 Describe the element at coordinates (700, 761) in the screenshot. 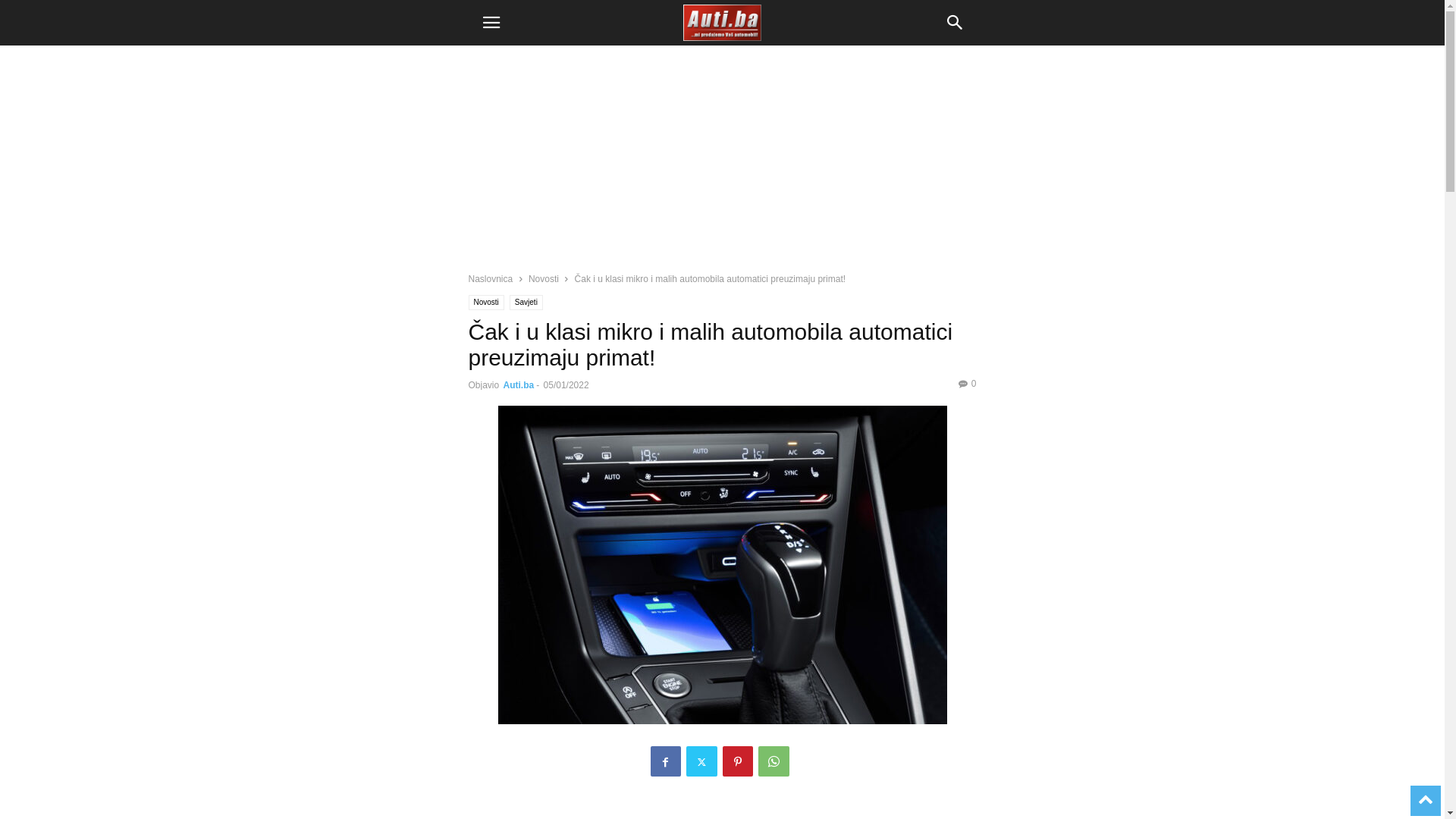

I see `'Twitter'` at that location.